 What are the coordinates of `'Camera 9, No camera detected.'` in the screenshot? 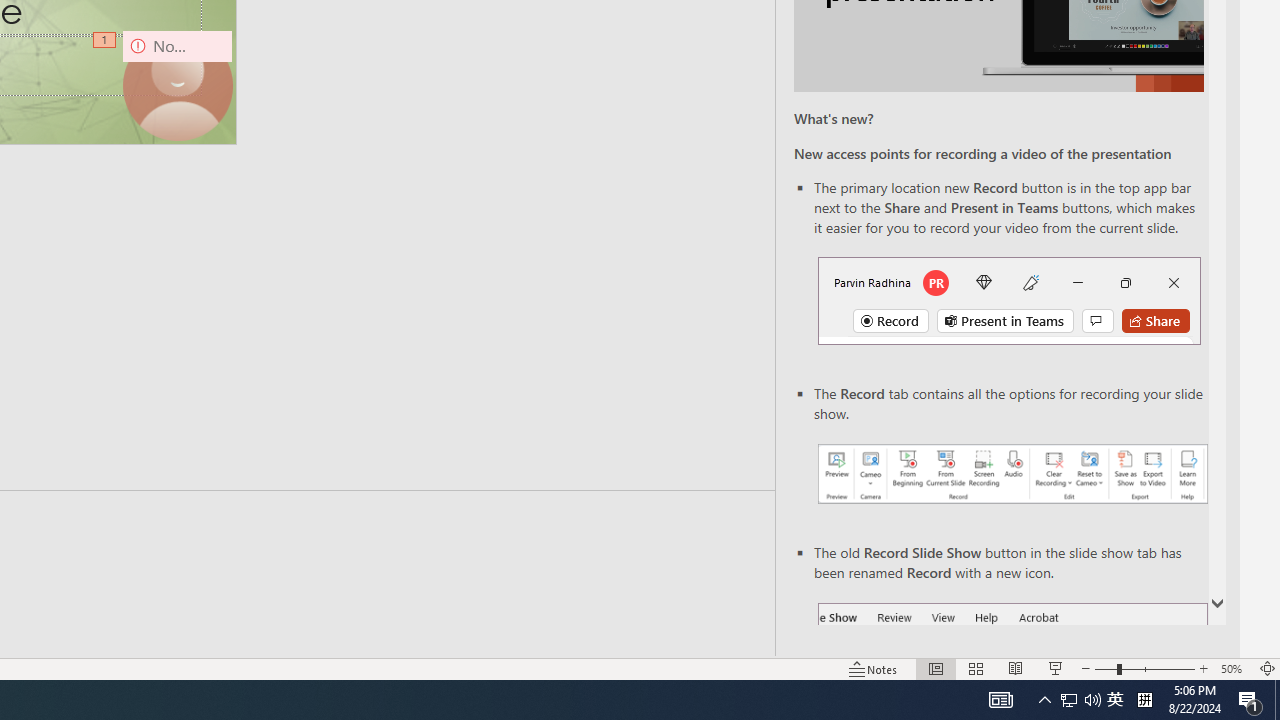 It's located at (177, 84).